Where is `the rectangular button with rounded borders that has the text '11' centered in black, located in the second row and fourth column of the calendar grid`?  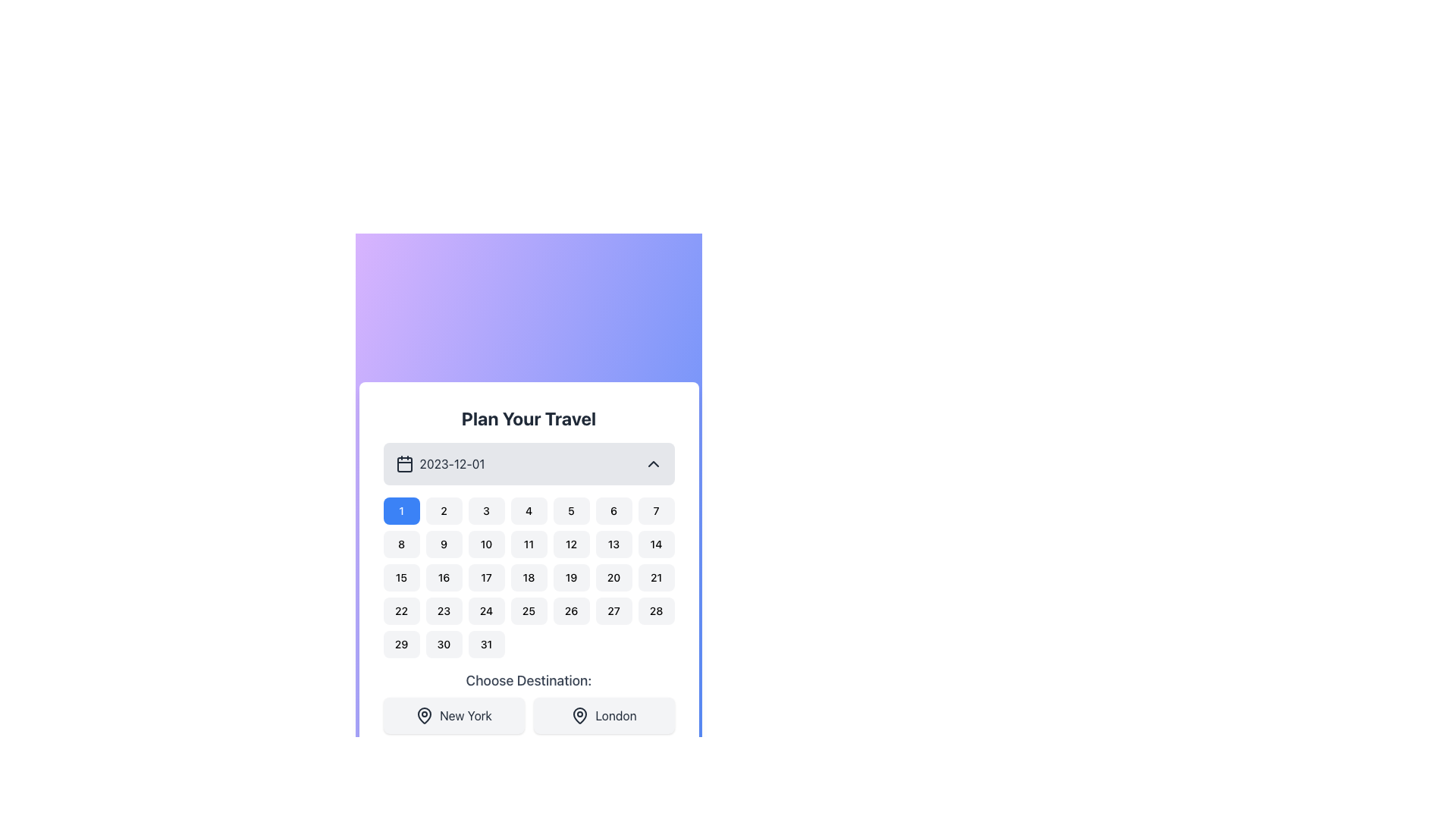
the rectangular button with rounded borders that has the text '11' centered in black, located in the second row and fourth column of the calendar grid is located at coordinates (529, 543).